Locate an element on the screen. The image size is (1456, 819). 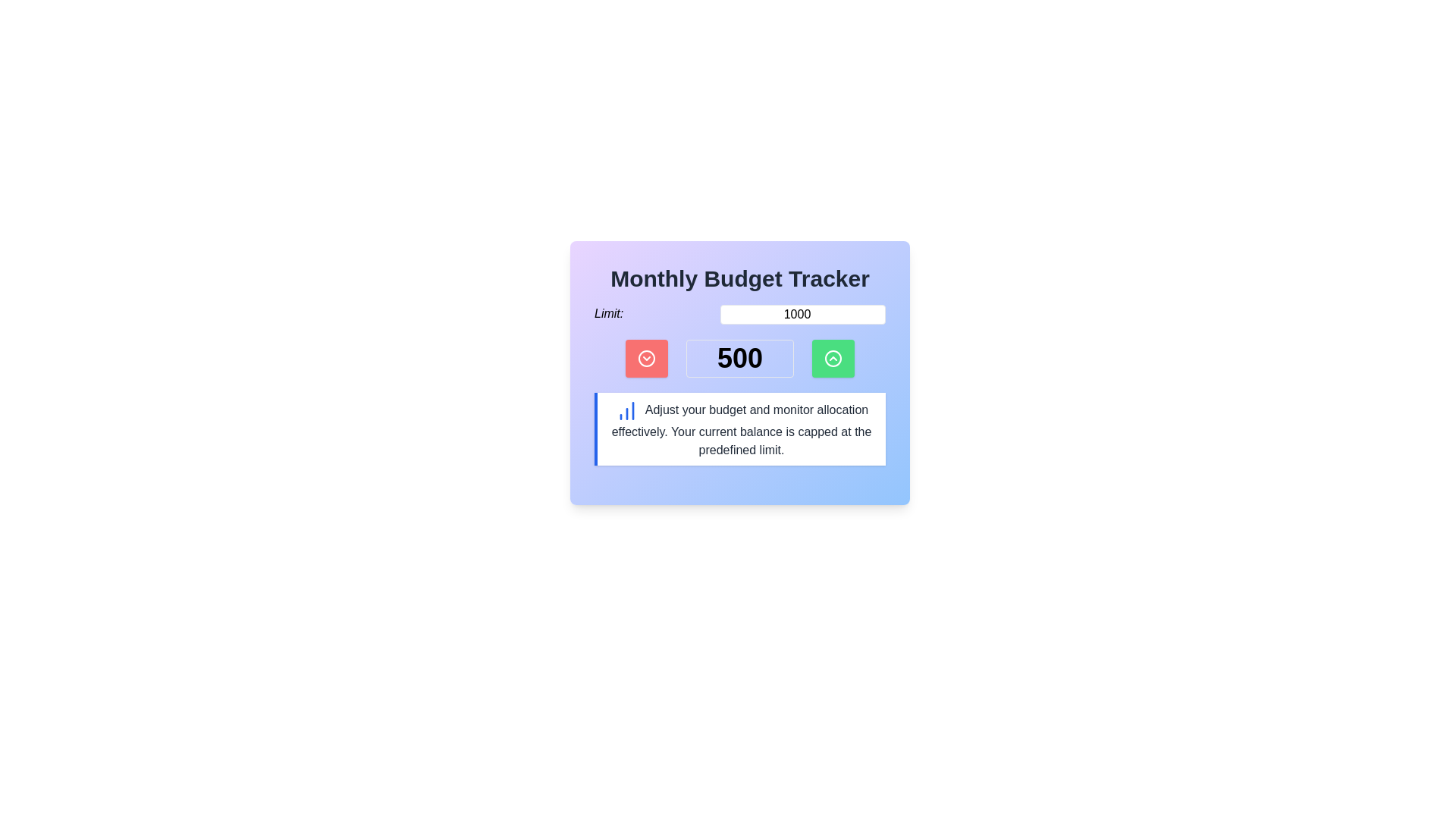
the green button with a white circular chevron icon, which is the third button in a horizontal row is located at coordinates (833, 359).